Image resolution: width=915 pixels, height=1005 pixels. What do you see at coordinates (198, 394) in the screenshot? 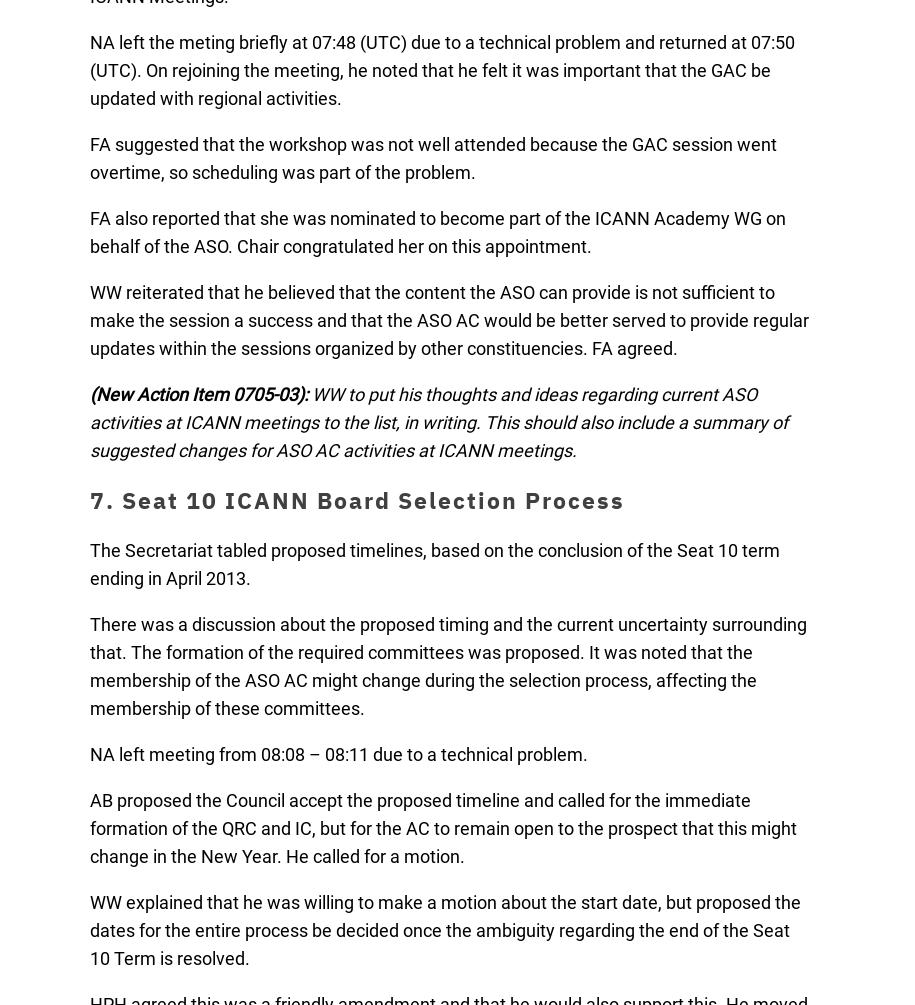
I see `'(New Action Item 0705-03):'` at bounding box center [198, 394].